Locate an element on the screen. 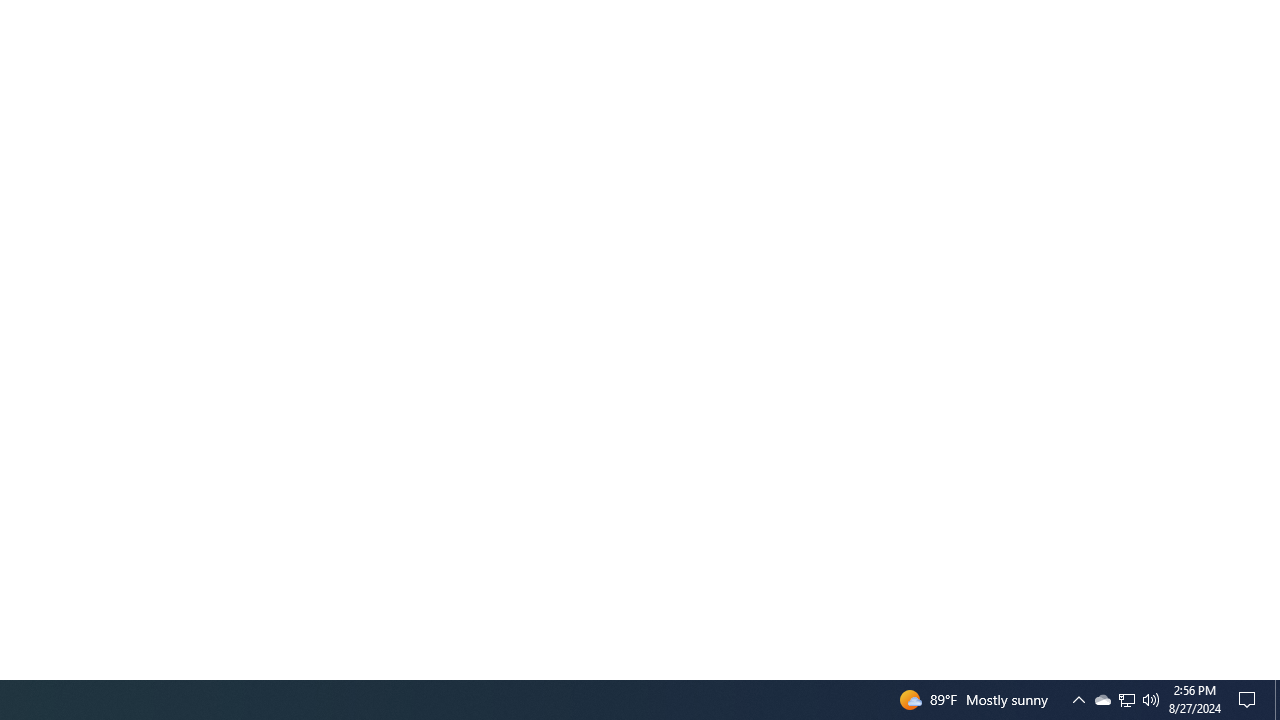 This screenshot has height=720, width=1280. 'Show desktop' is located at coordinates (1276, 698).